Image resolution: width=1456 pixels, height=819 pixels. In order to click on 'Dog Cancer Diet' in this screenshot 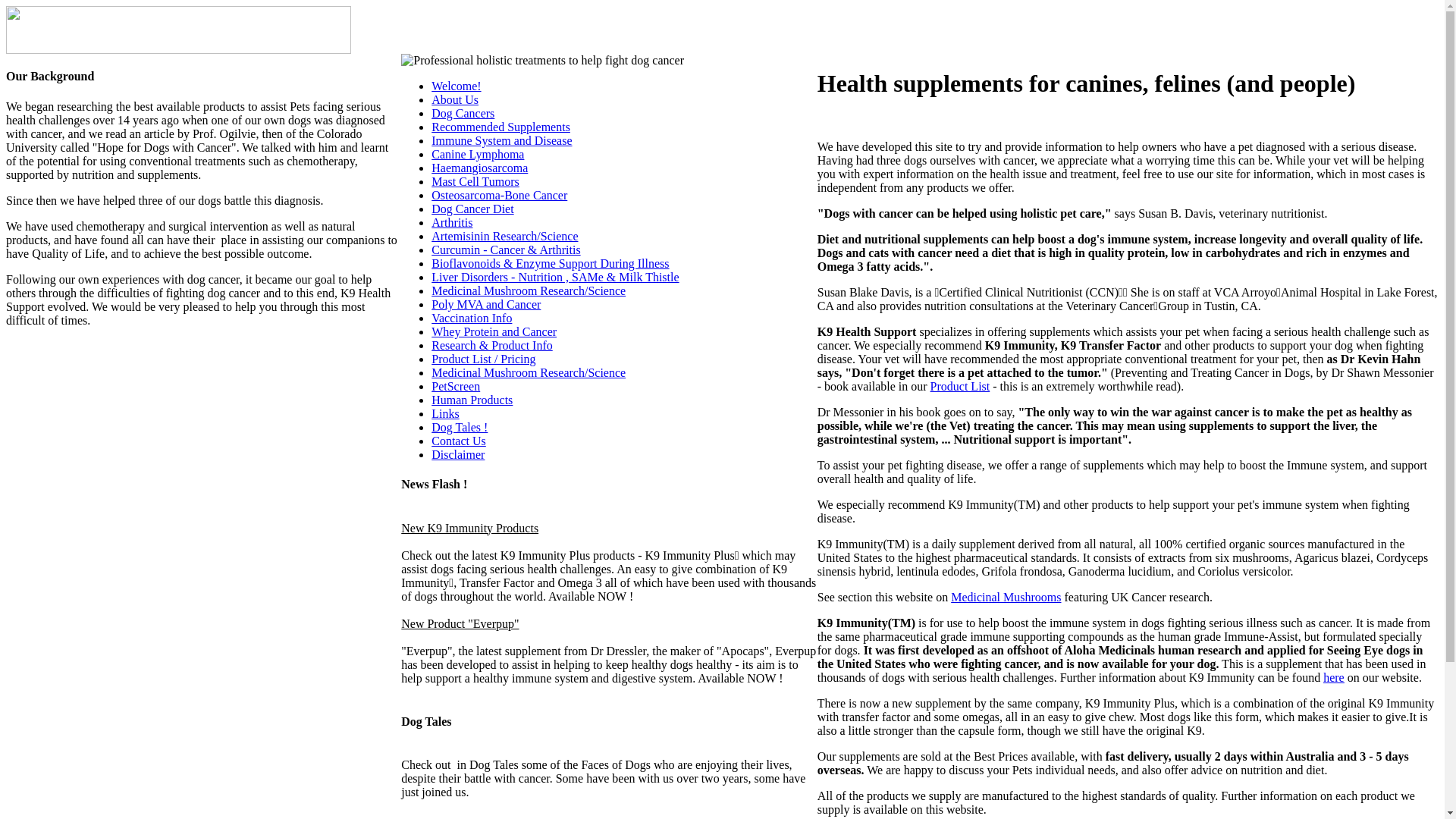, I will do `click(472, 209)`.